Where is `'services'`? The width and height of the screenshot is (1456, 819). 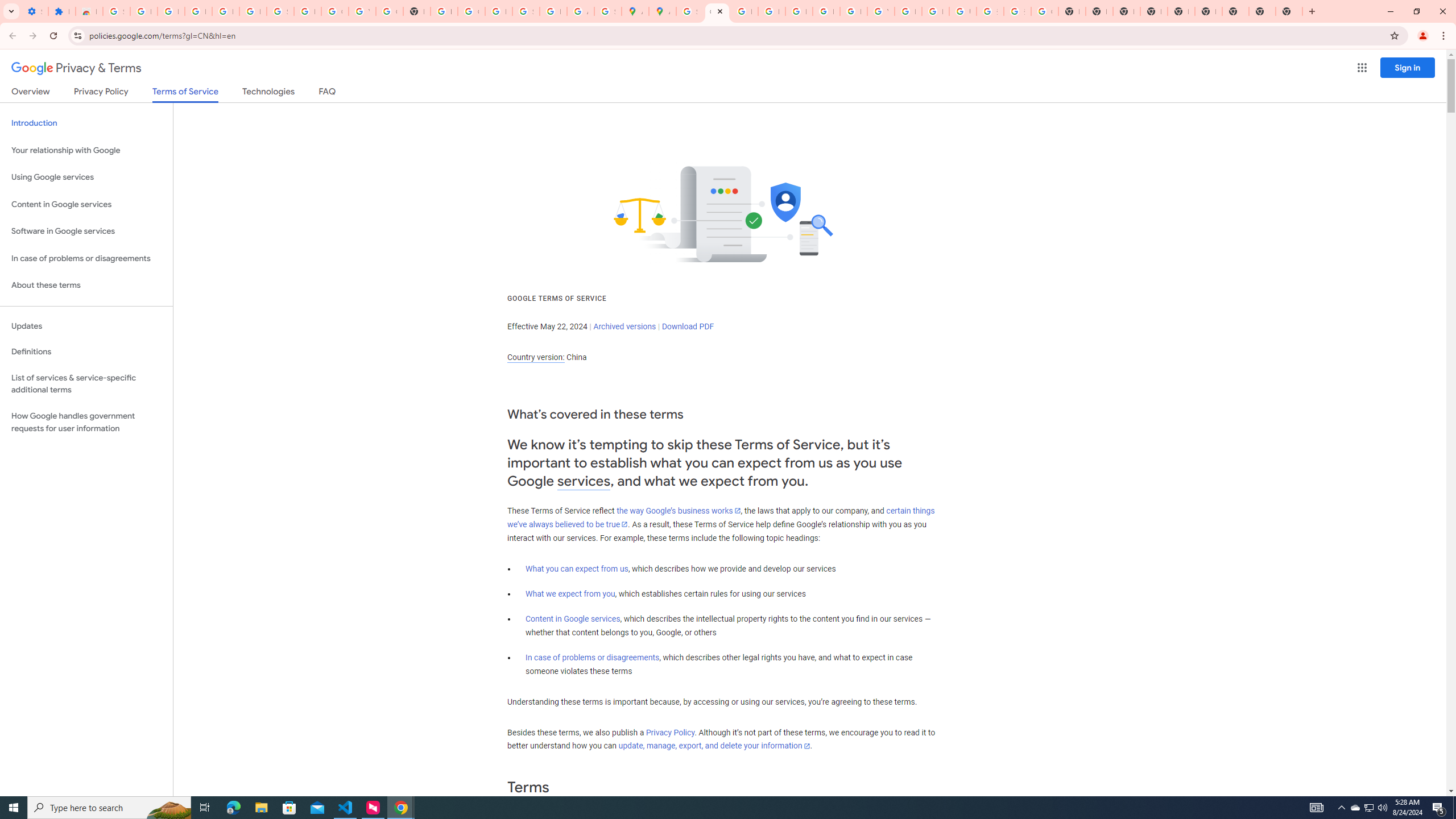
'services' is located at coordinates (584, 481).